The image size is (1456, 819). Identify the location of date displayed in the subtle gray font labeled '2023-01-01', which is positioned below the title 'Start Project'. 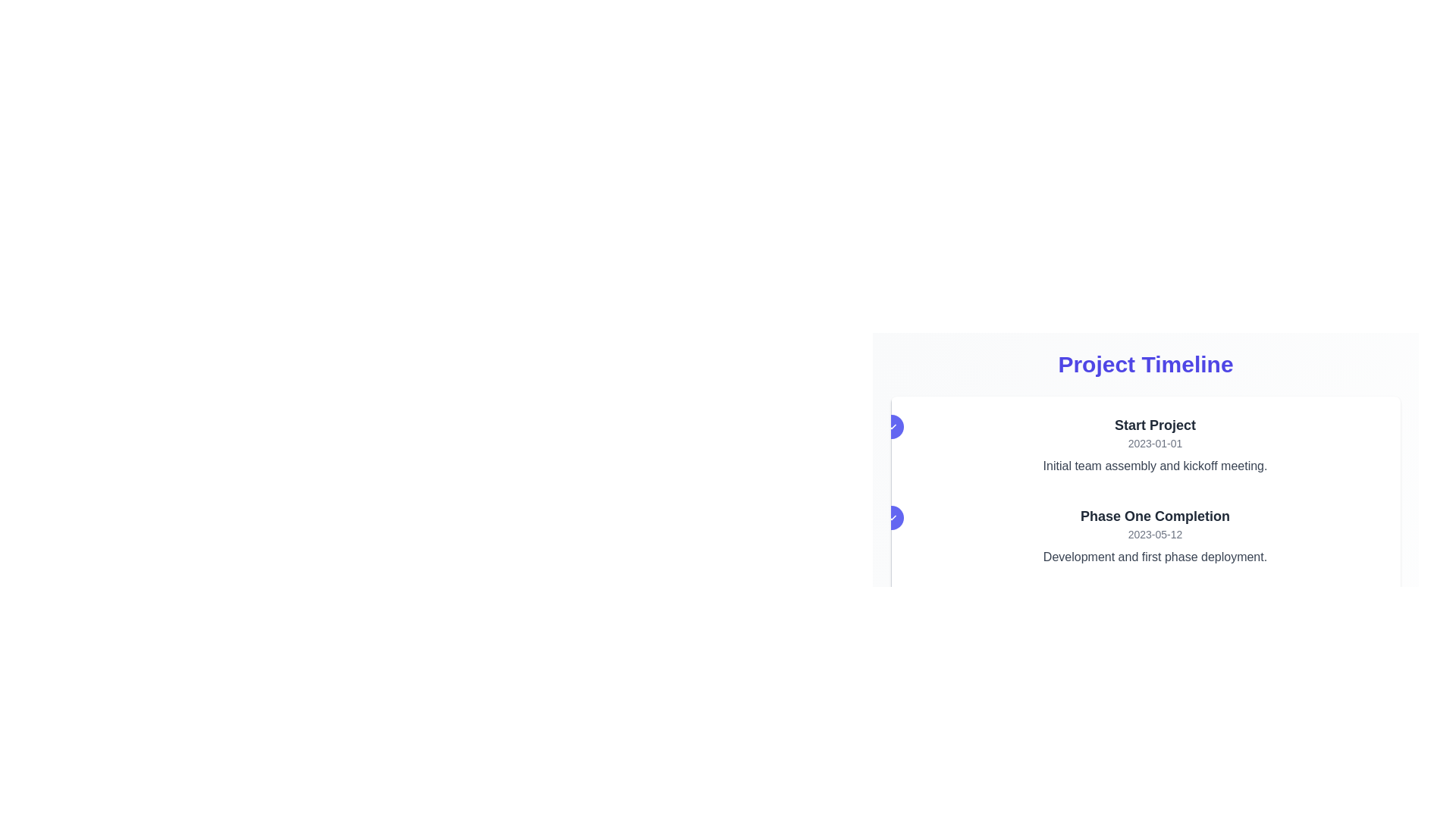
(1154, 444).